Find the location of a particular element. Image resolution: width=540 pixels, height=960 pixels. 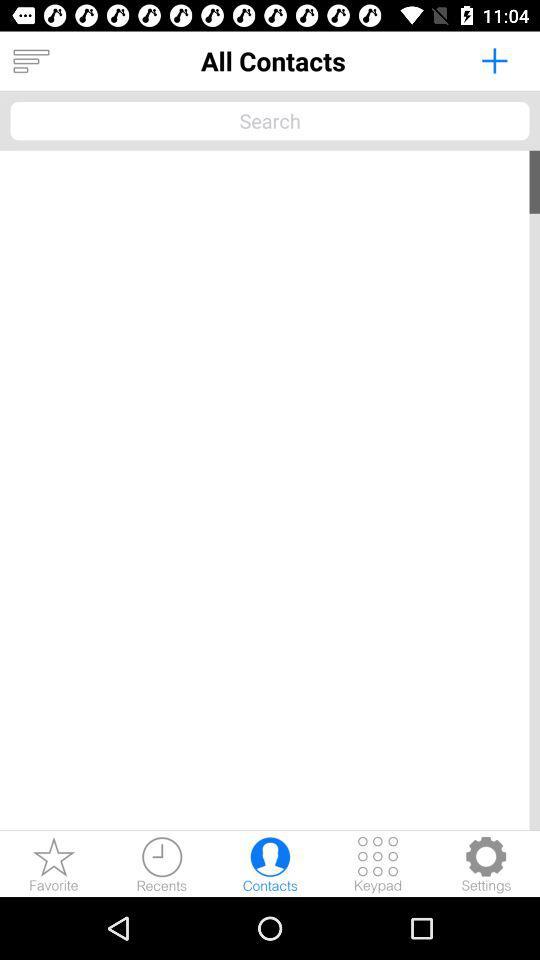

this will bring up your contacts is located at coordinates (270, 863).